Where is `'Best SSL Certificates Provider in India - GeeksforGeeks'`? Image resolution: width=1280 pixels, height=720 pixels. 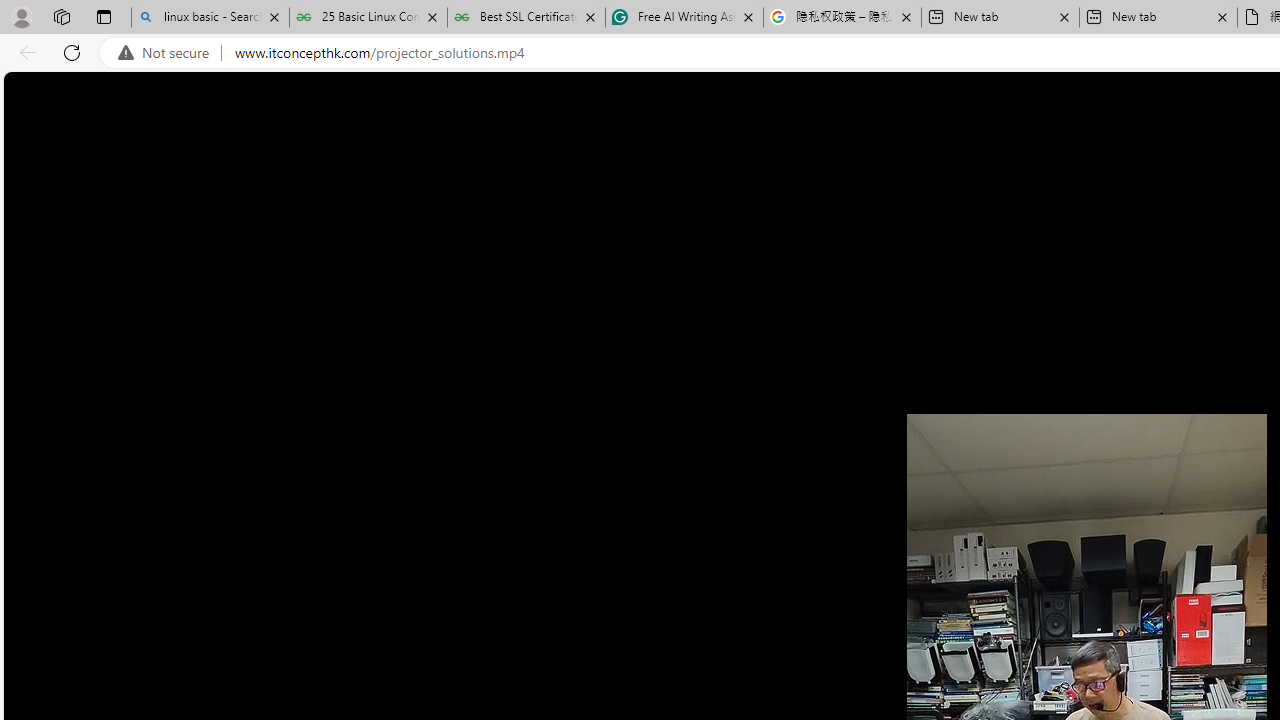
'Best SSL Certificates Provider in India - GeeksforGeeks' is located at coordinates (526, 17).